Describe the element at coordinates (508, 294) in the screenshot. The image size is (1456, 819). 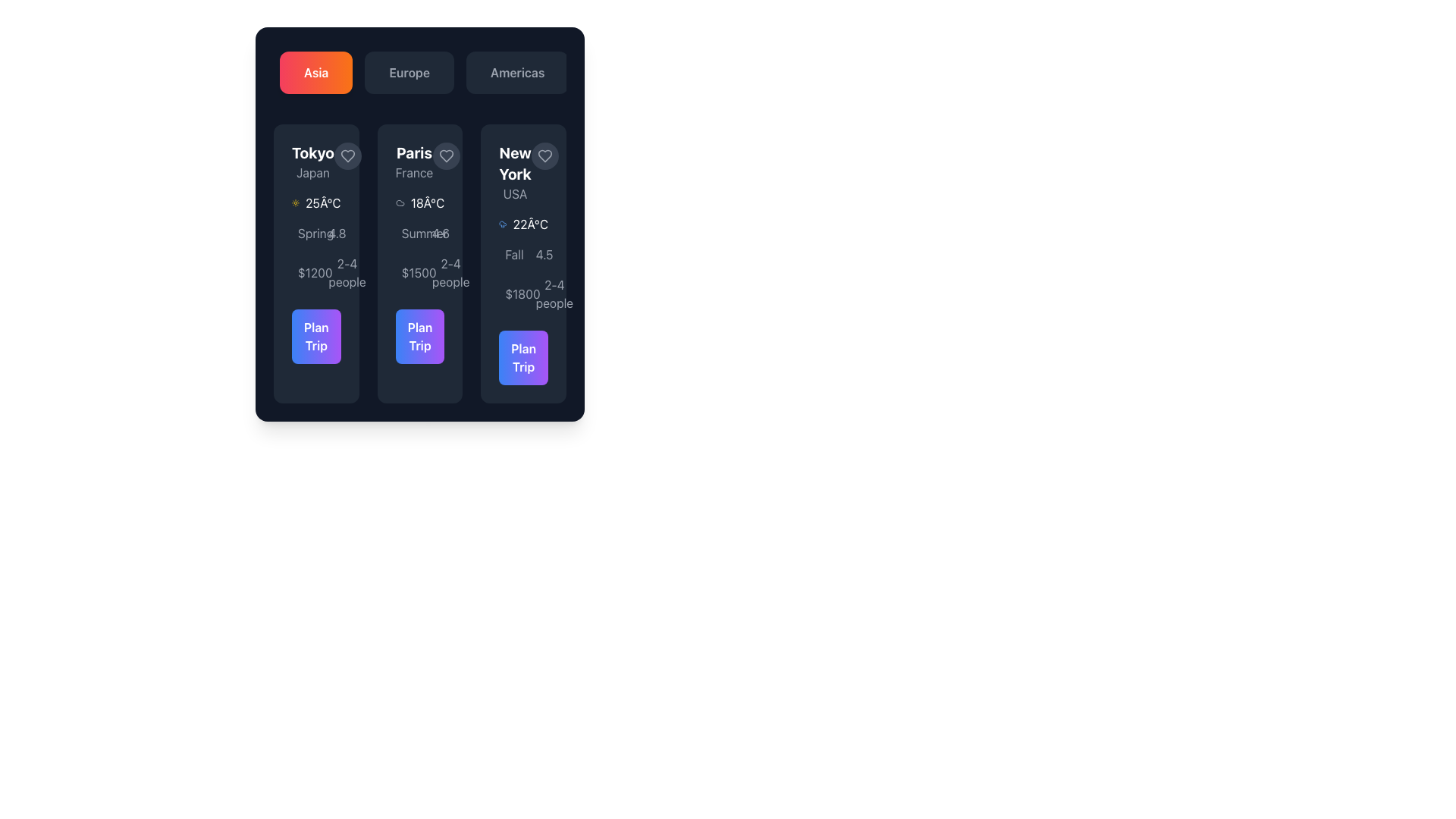
I see `displayed price value '$1800' from the static text with icon located below the temperature detail in the 'New York USA' card` at that location.